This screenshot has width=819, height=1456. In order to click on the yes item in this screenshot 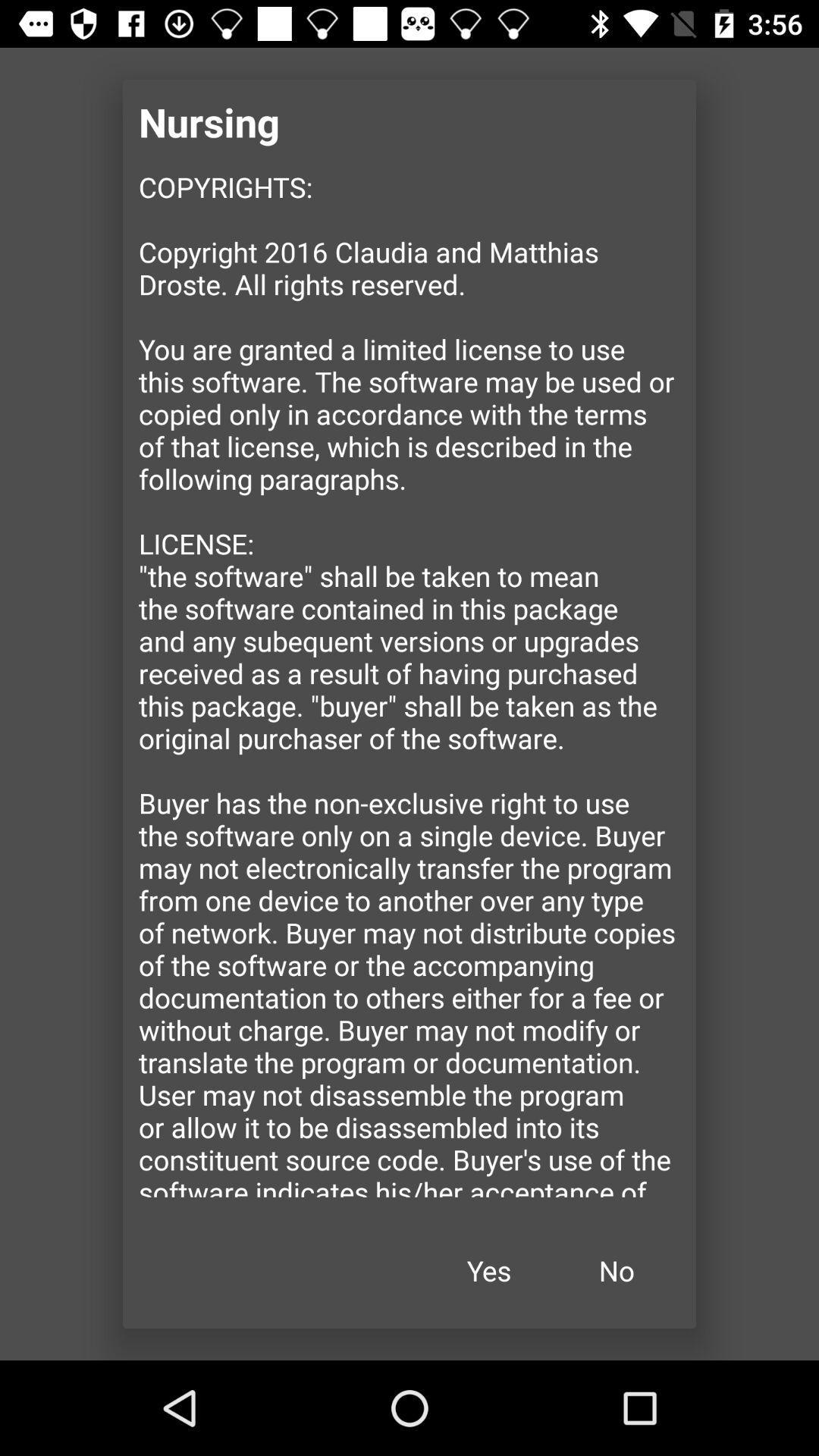, I will do `click(488, 1270)`.